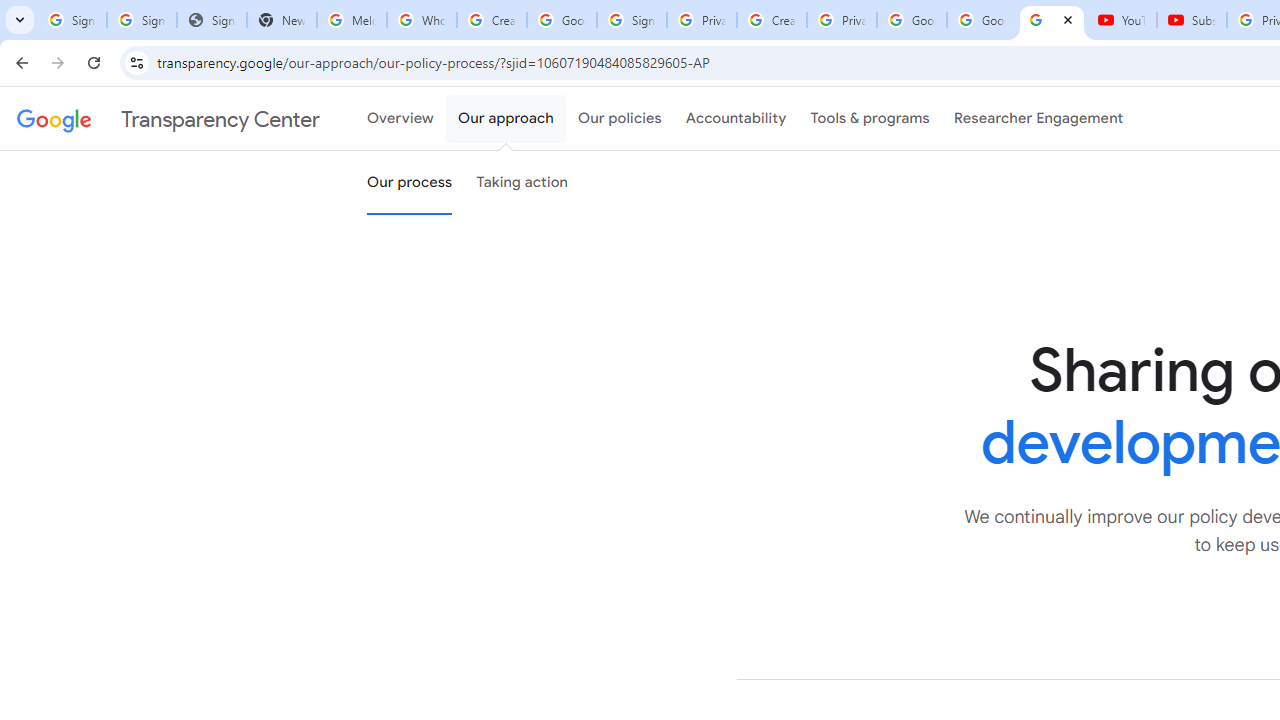 The height and width of the screenshot is (720, 1280). I want to click on 'Sign in - Google Accounts', so click(630, 20).